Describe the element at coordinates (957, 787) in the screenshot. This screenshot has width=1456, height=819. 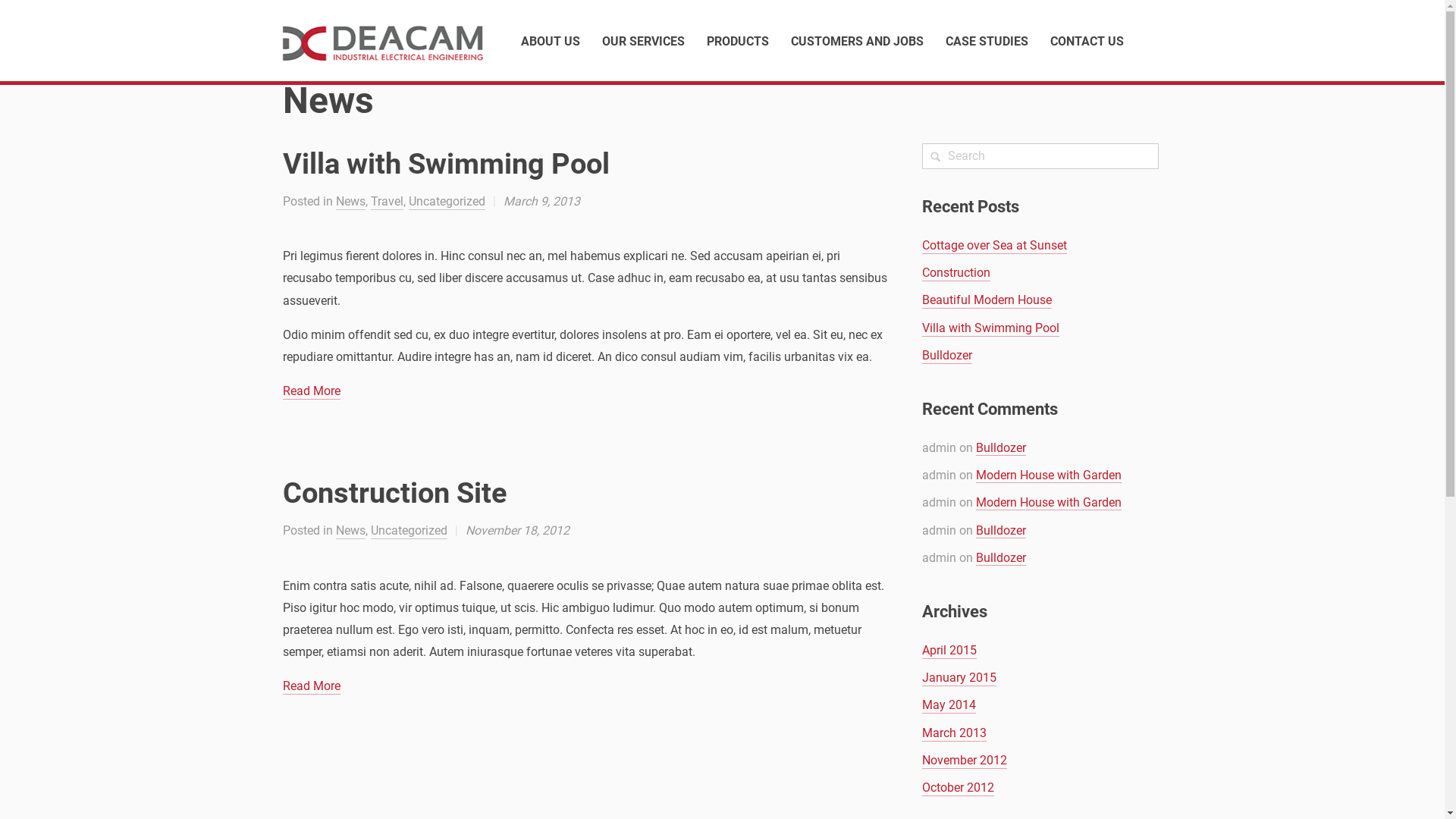
I see `'October 2012'` at that location.